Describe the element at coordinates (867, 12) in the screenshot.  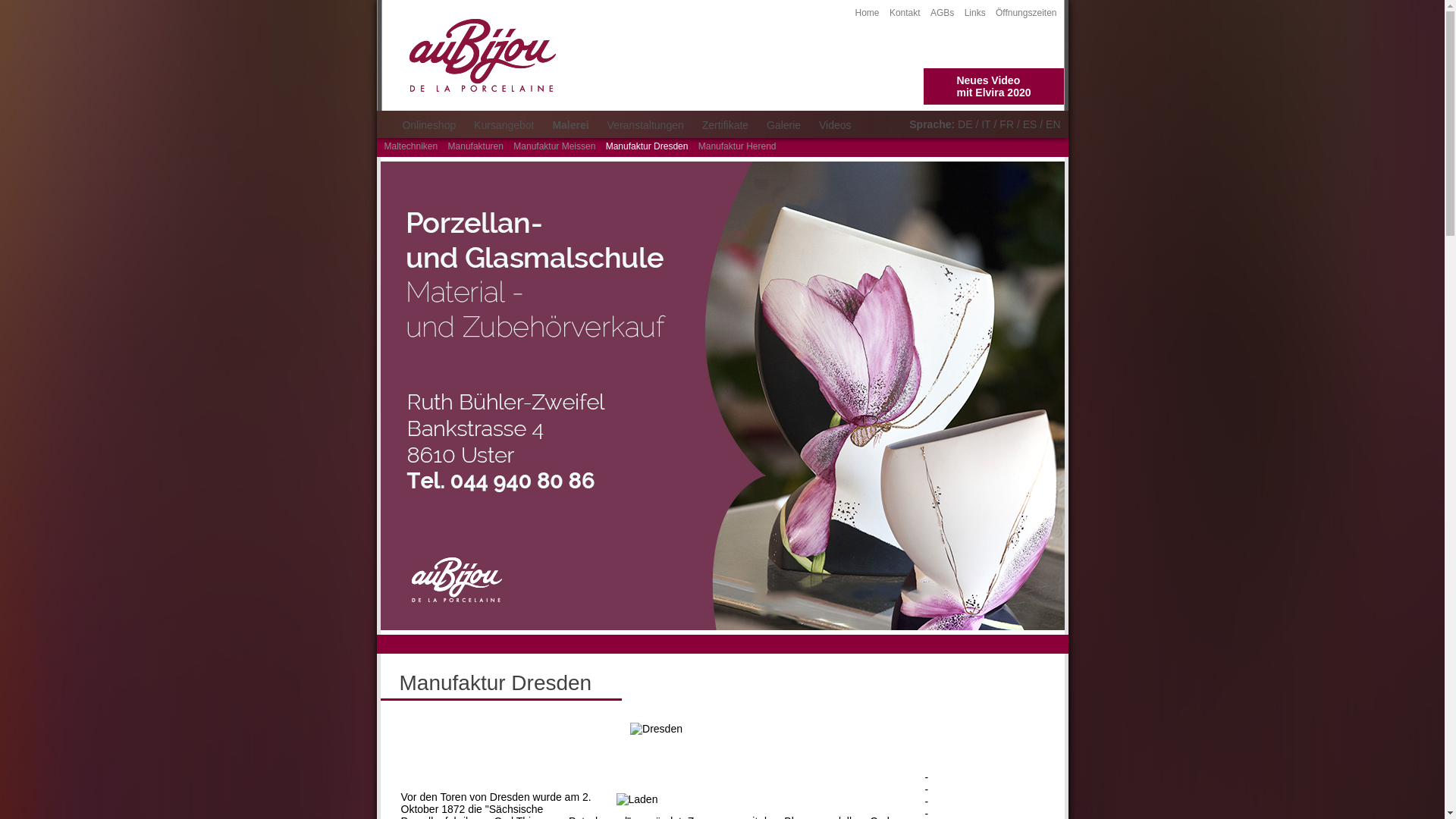
I see `'Home'` at that location.